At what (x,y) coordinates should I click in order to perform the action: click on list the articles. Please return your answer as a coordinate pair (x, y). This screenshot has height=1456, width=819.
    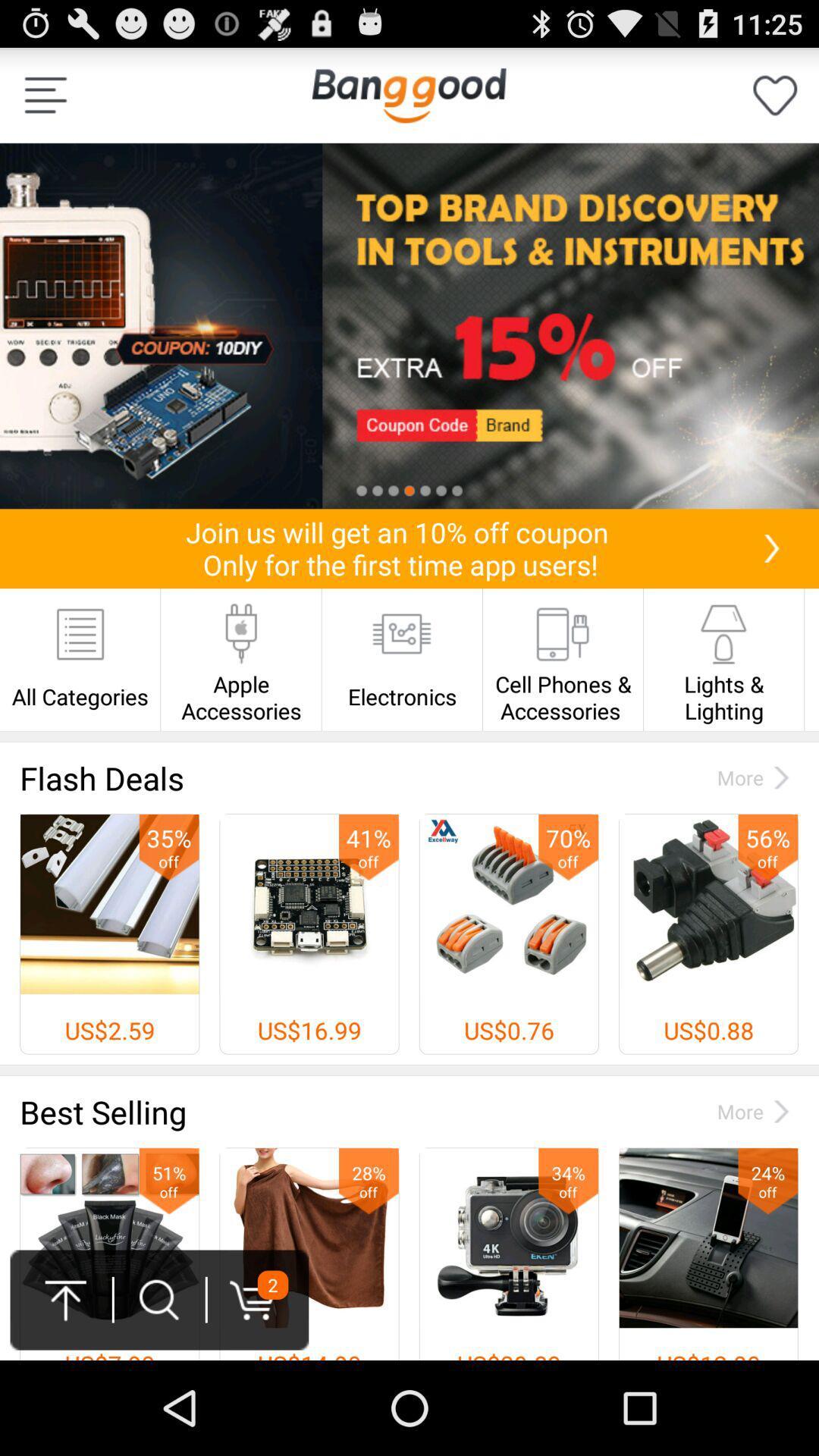
    Looking at the image, I should click on (45, 94).